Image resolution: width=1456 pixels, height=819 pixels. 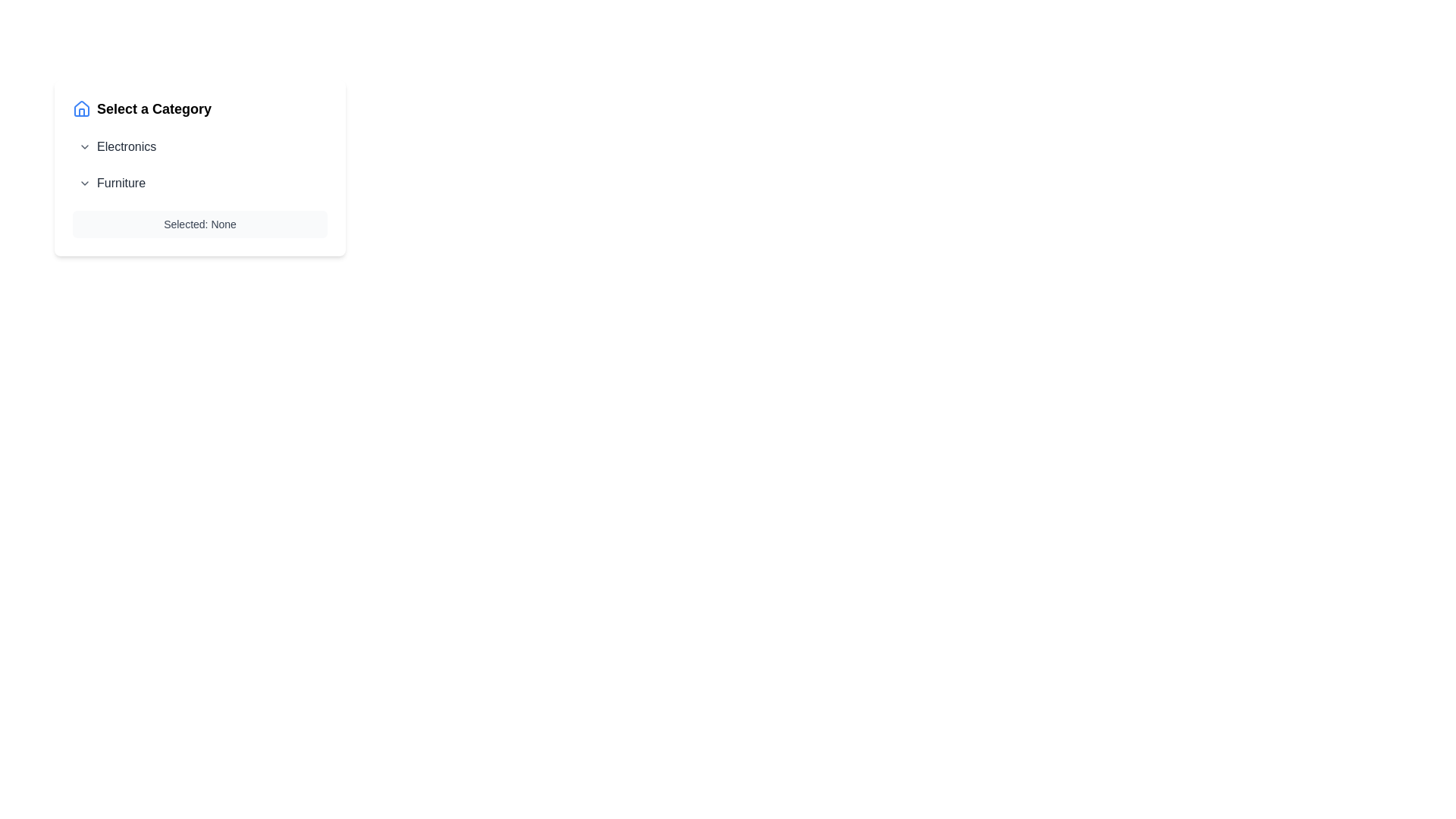 What do you see at coordinates (81, 107) in the screenshot?
I see `the 'Home' icon located to the left of the 'Select a Category' text label in the category selection interface` at bounding box center [81, 107].